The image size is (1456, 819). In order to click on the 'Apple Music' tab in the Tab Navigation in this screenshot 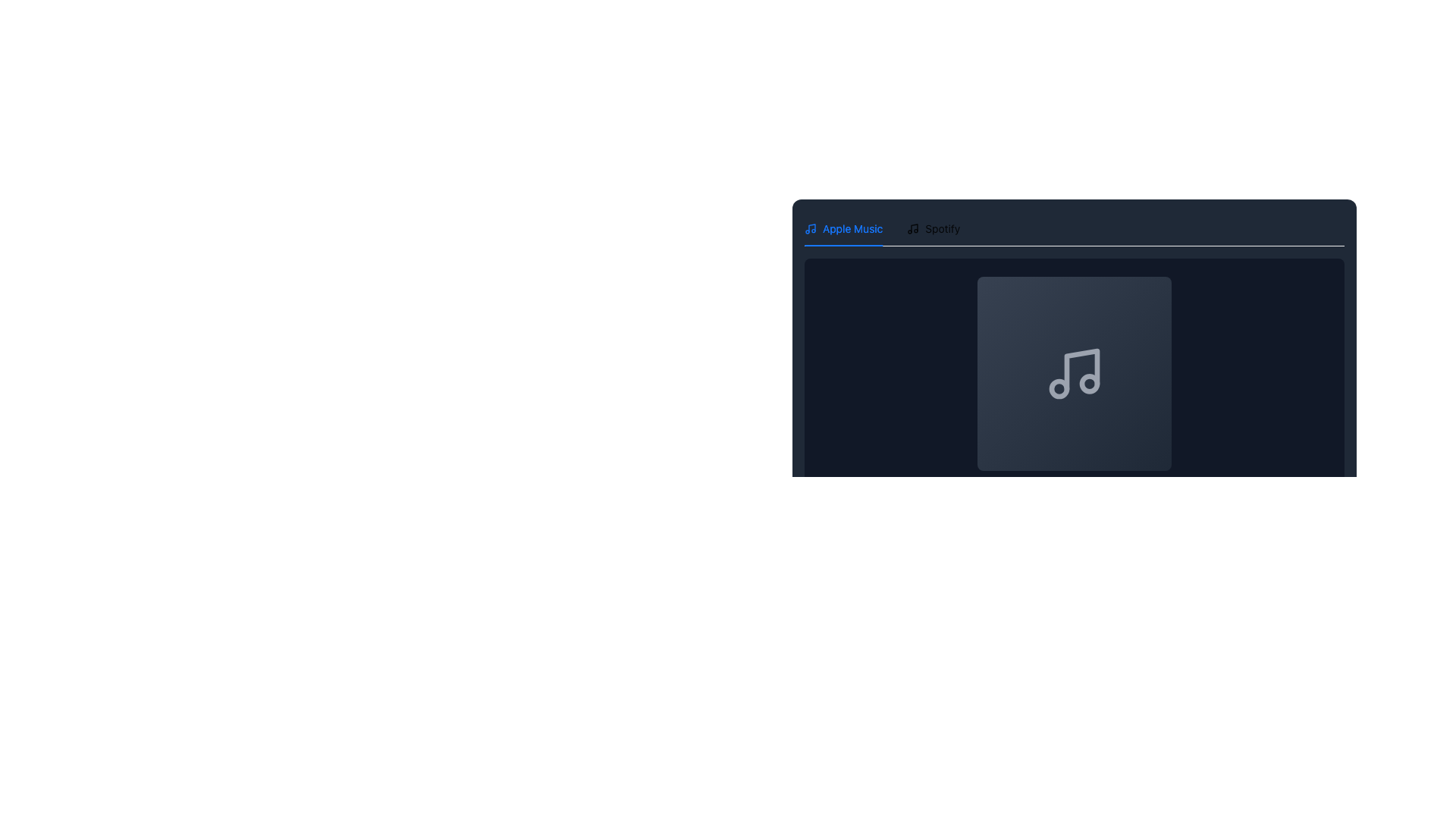, I will do `click(882, 228)`.